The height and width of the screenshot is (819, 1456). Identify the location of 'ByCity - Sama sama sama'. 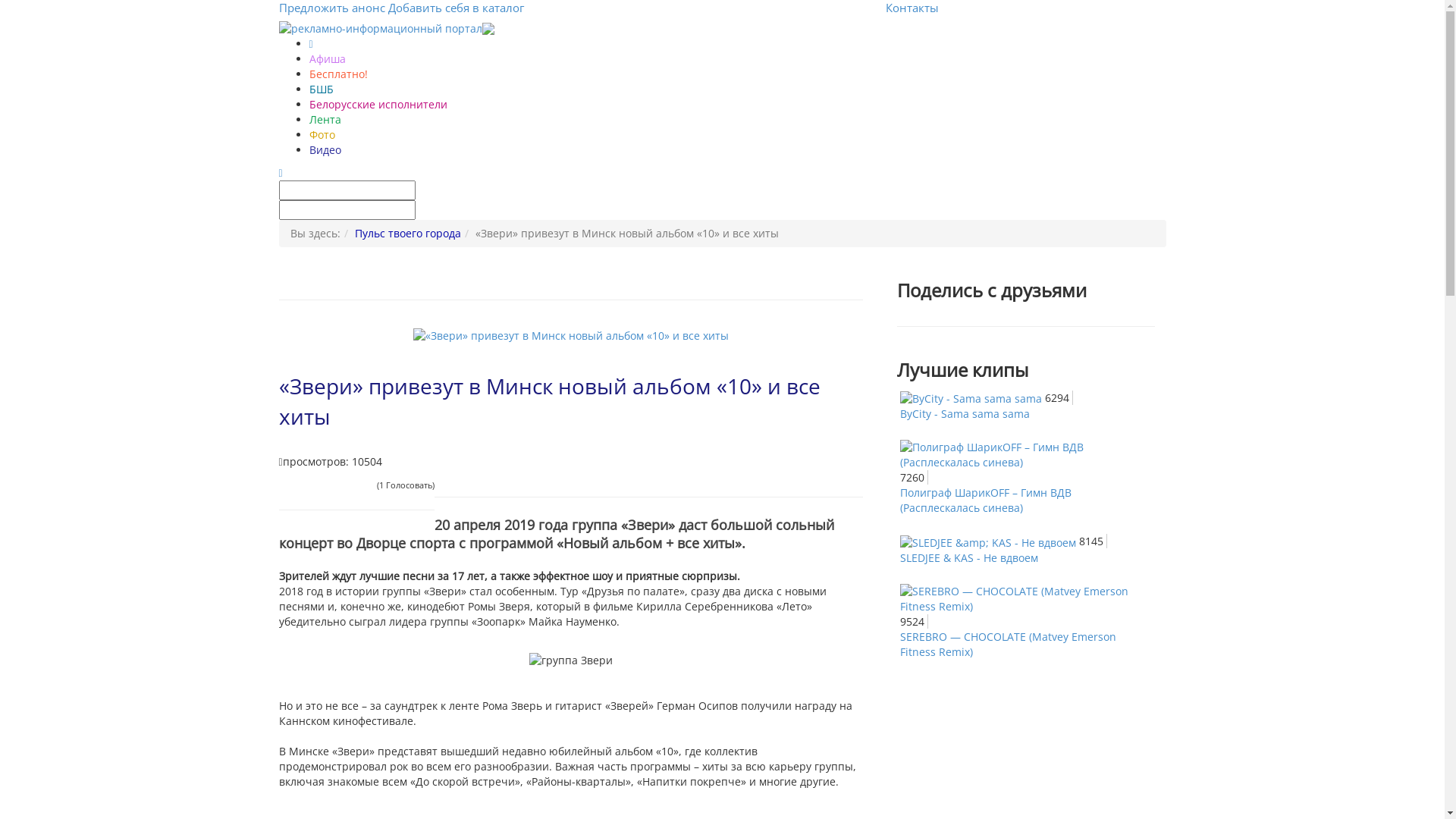
(899, 413).